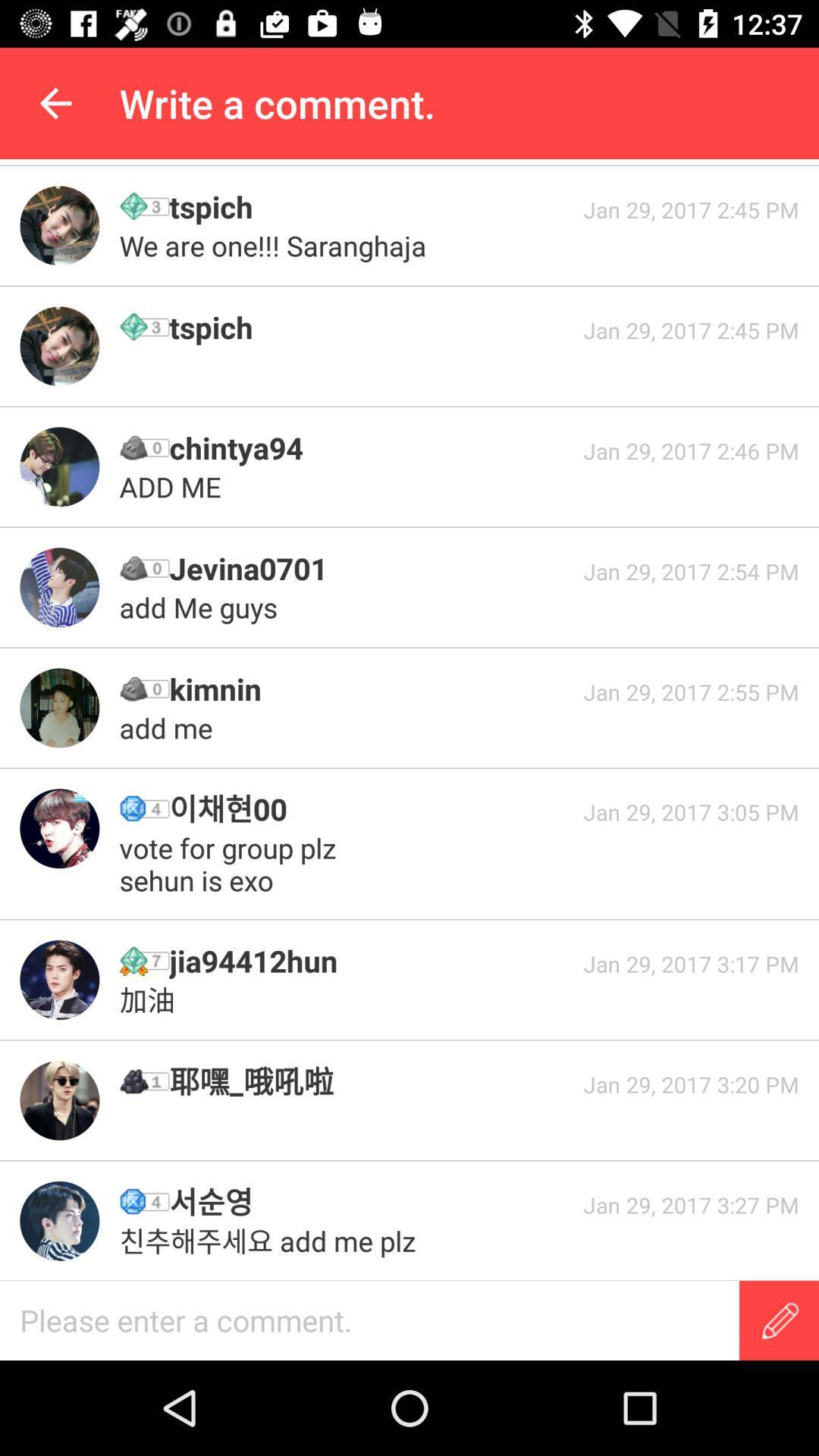  I want to click on profile picture, so click(58, 345).